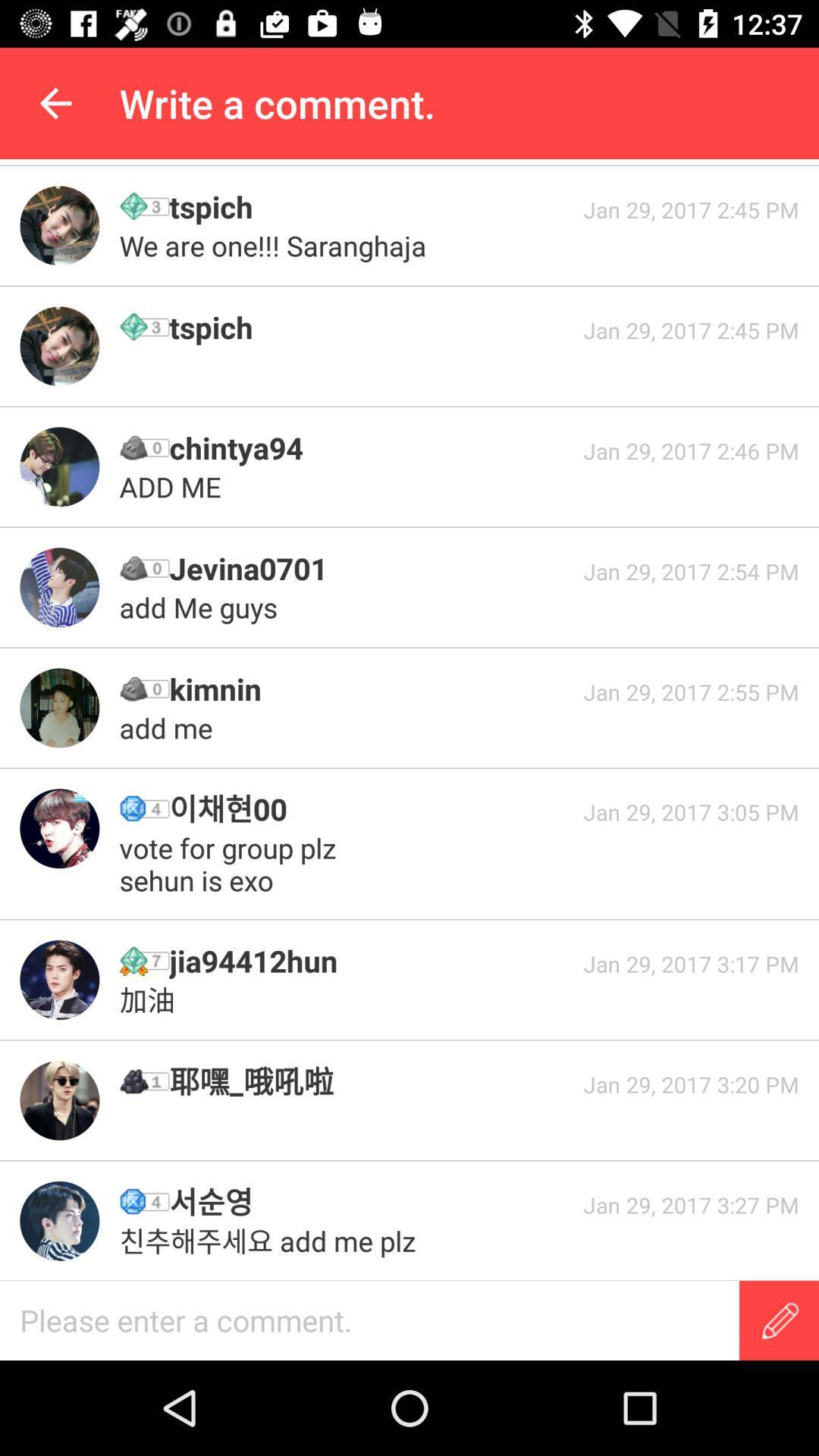  I want to click on profile picture, so click(58, 345).